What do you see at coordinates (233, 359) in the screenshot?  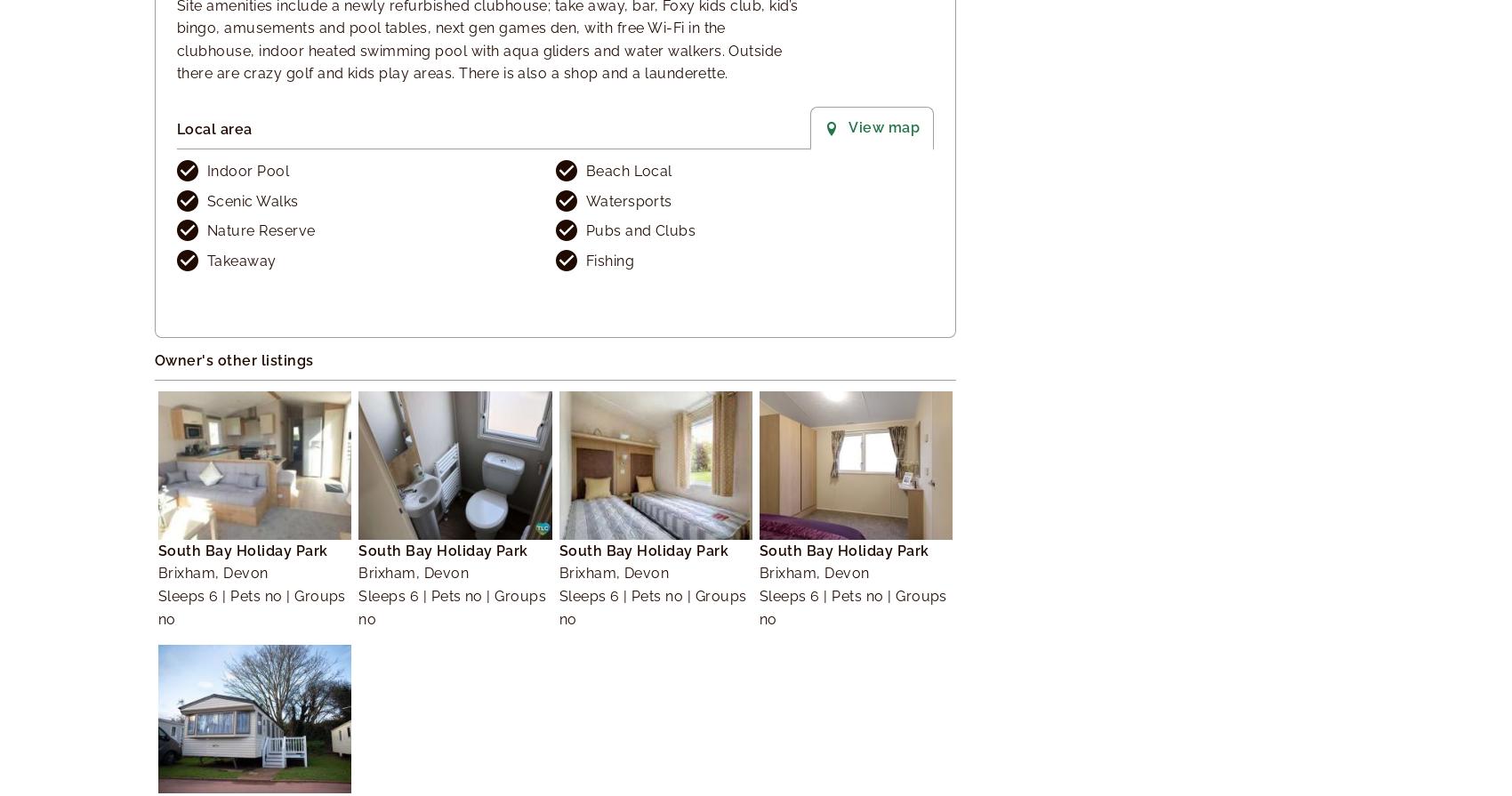 I see `'Owner's other listings'` at bounding box center [233, 359].